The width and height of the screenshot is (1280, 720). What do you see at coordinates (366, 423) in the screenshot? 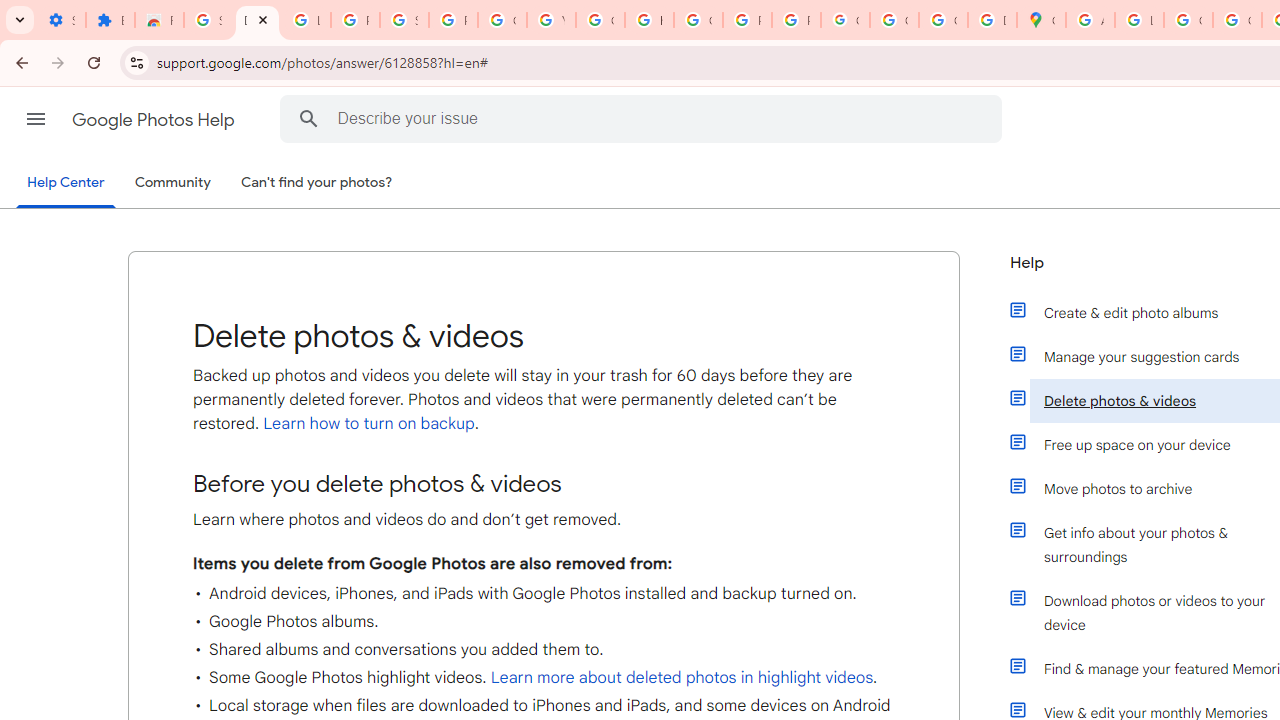
I see `' Learn how to turn on backup'` at bounding box center [366, 423].